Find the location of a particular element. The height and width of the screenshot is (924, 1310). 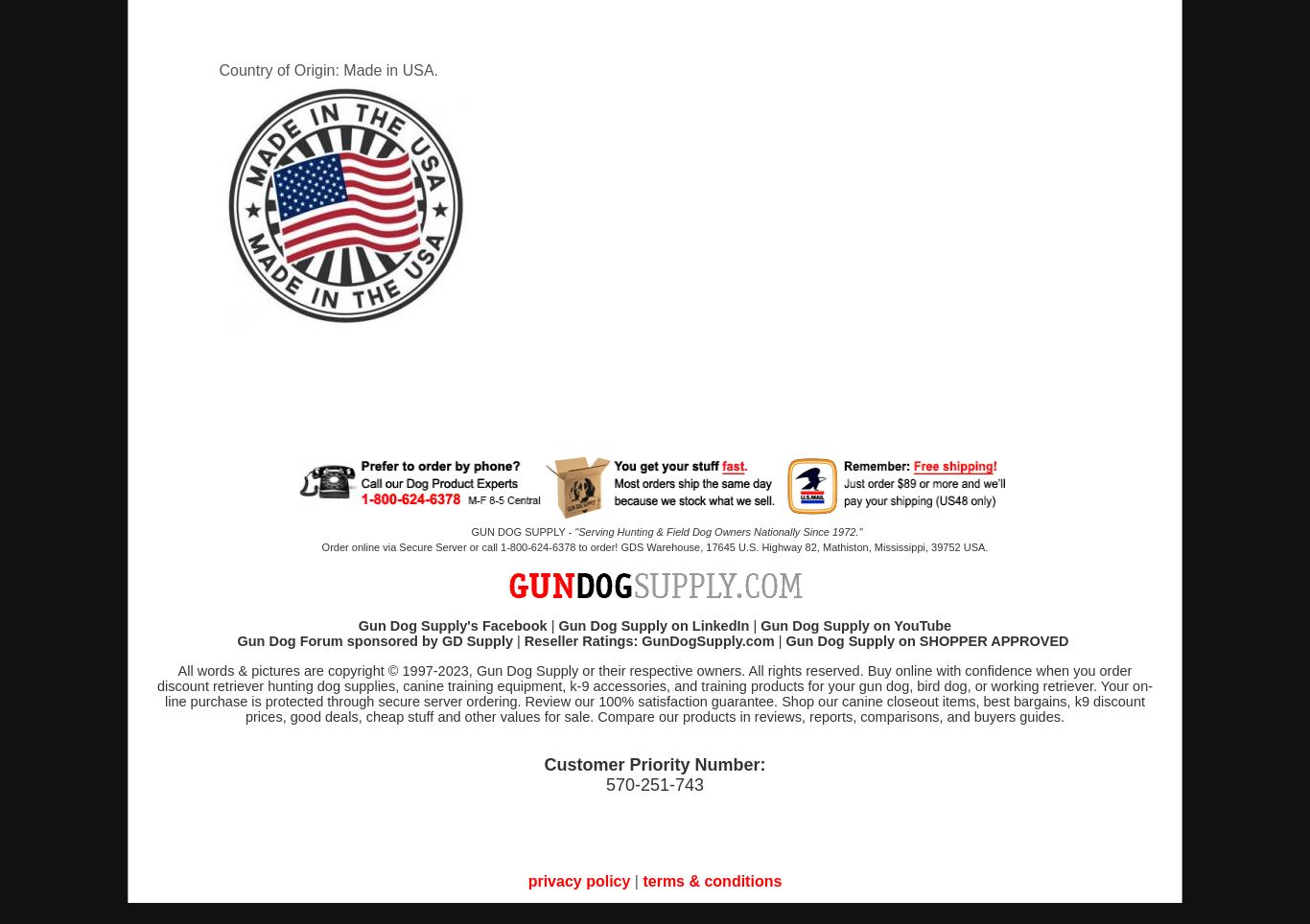

'GUN DOG SUPPLY -' is located at coordinates (523, 531).